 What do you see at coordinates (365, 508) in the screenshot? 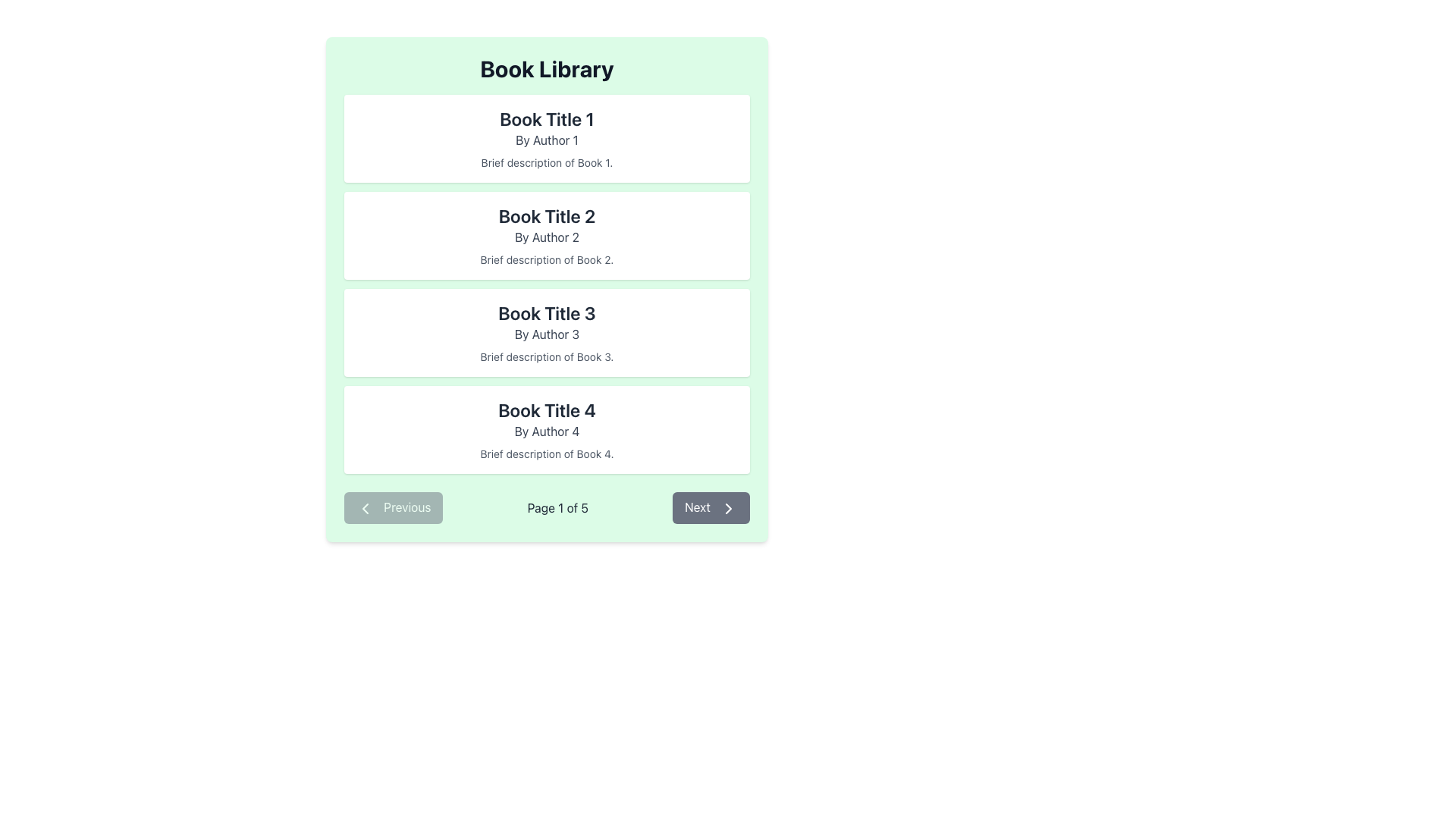
I see `the leftward-pointing chevron icon located inside the 'Previous' button on the left side of the footer navigation bar` at bounding box center [365, 508].